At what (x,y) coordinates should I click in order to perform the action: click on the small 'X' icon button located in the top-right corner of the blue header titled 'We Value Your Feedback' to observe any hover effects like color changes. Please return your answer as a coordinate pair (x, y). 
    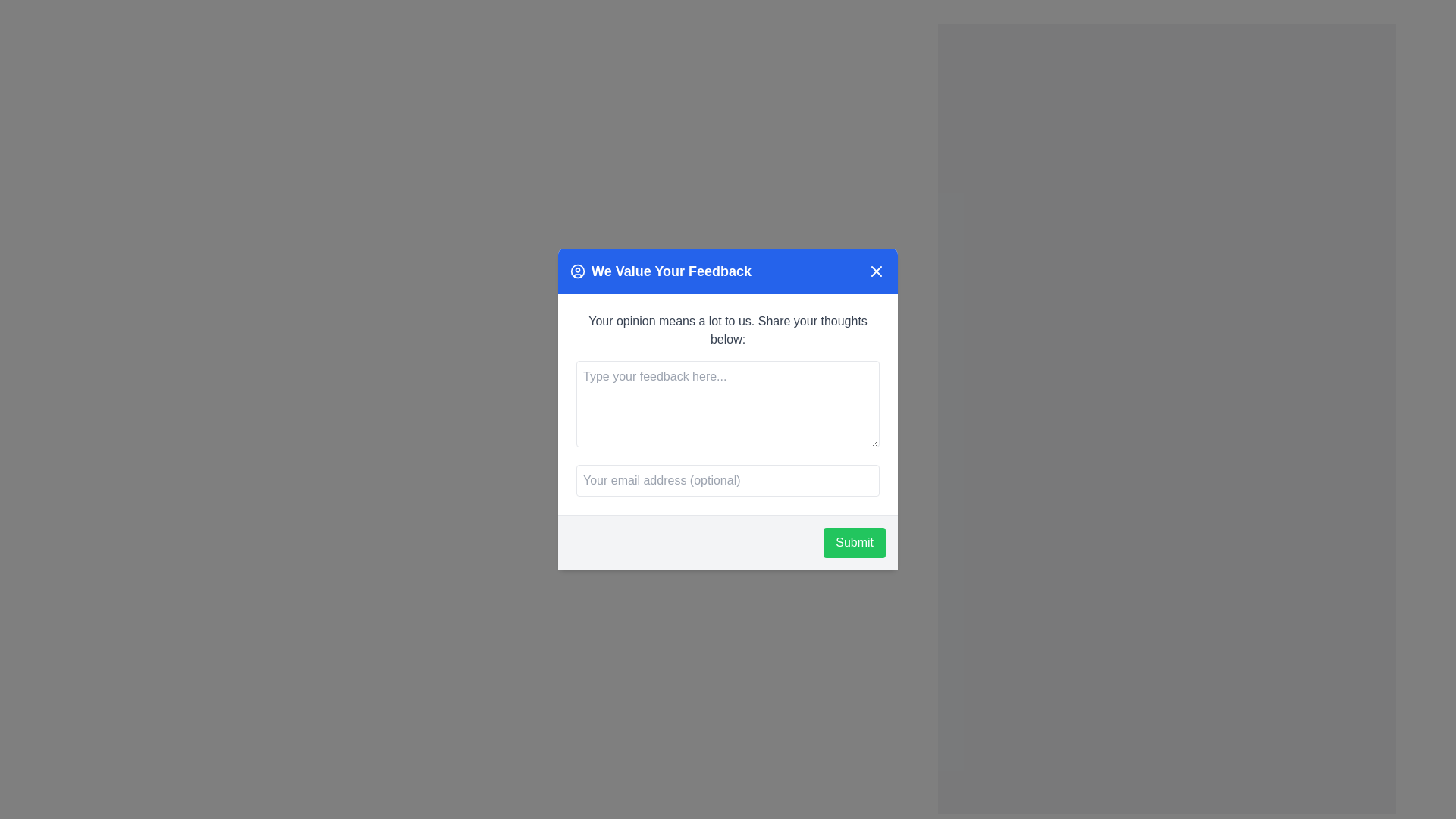
    Looking at the image, I should click on (877, 271).